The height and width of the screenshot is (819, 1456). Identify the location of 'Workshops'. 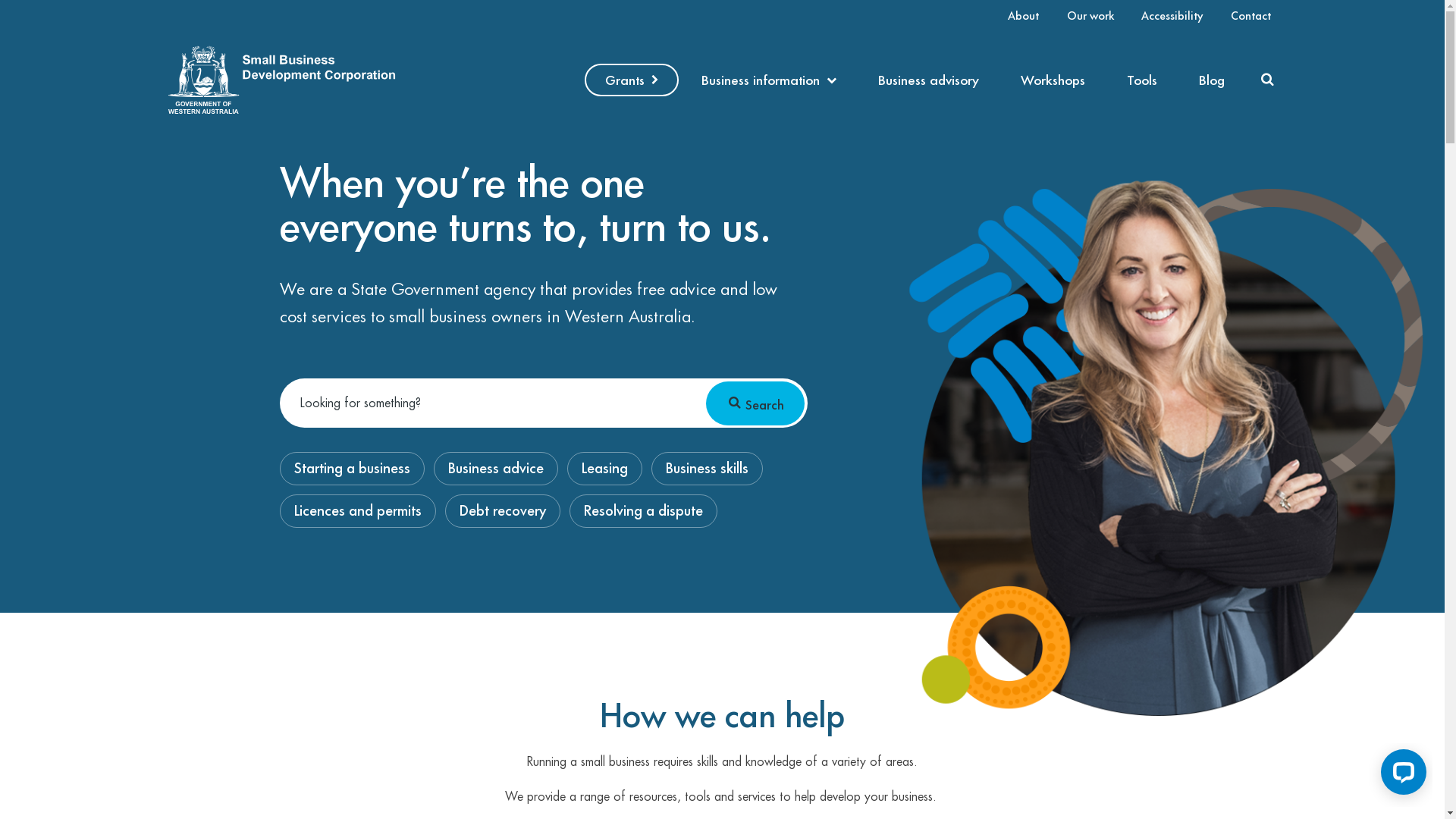
(1052, 80).